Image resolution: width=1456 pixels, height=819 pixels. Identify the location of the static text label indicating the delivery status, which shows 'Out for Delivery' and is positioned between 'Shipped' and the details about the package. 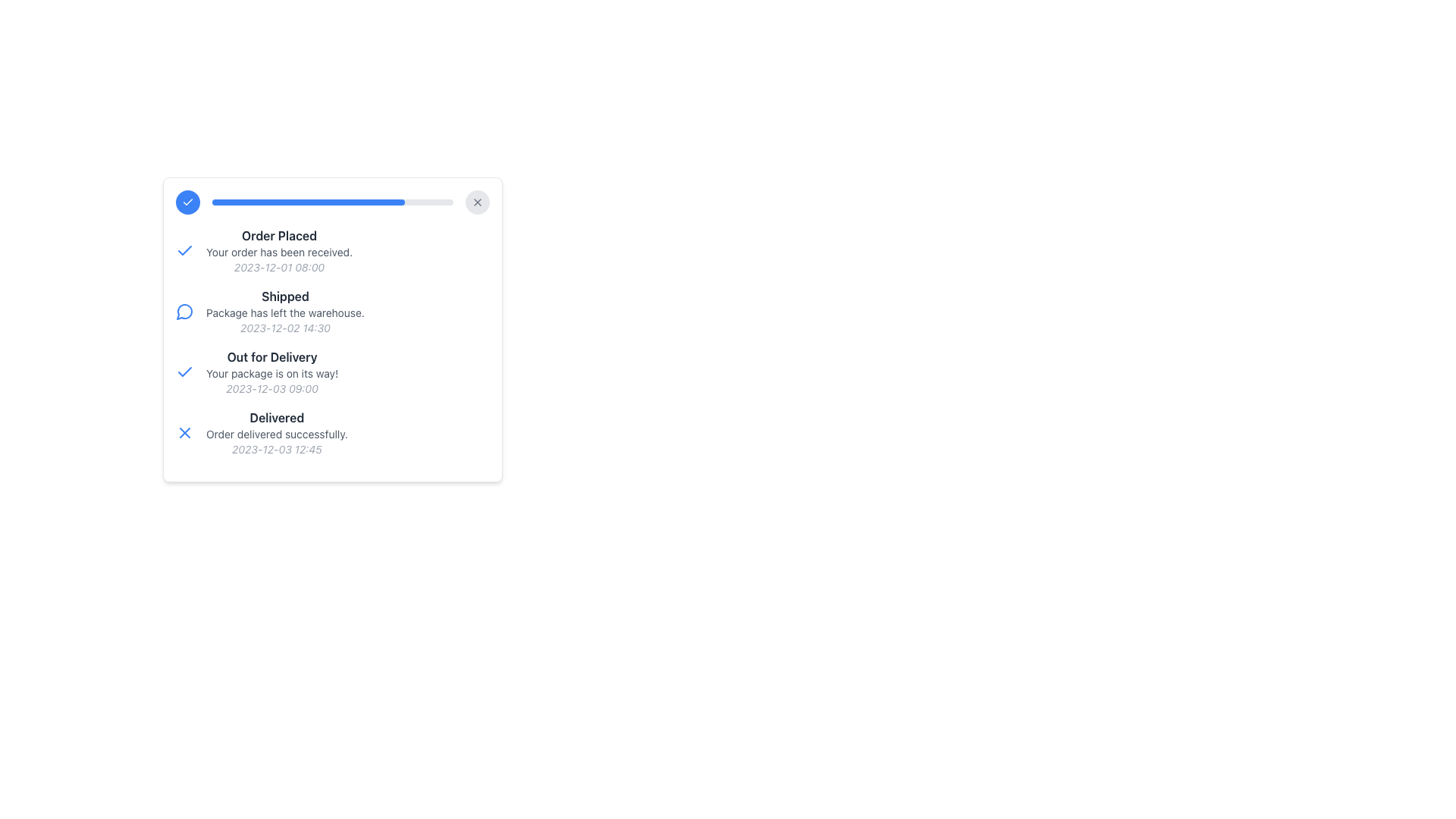
(272, 356).